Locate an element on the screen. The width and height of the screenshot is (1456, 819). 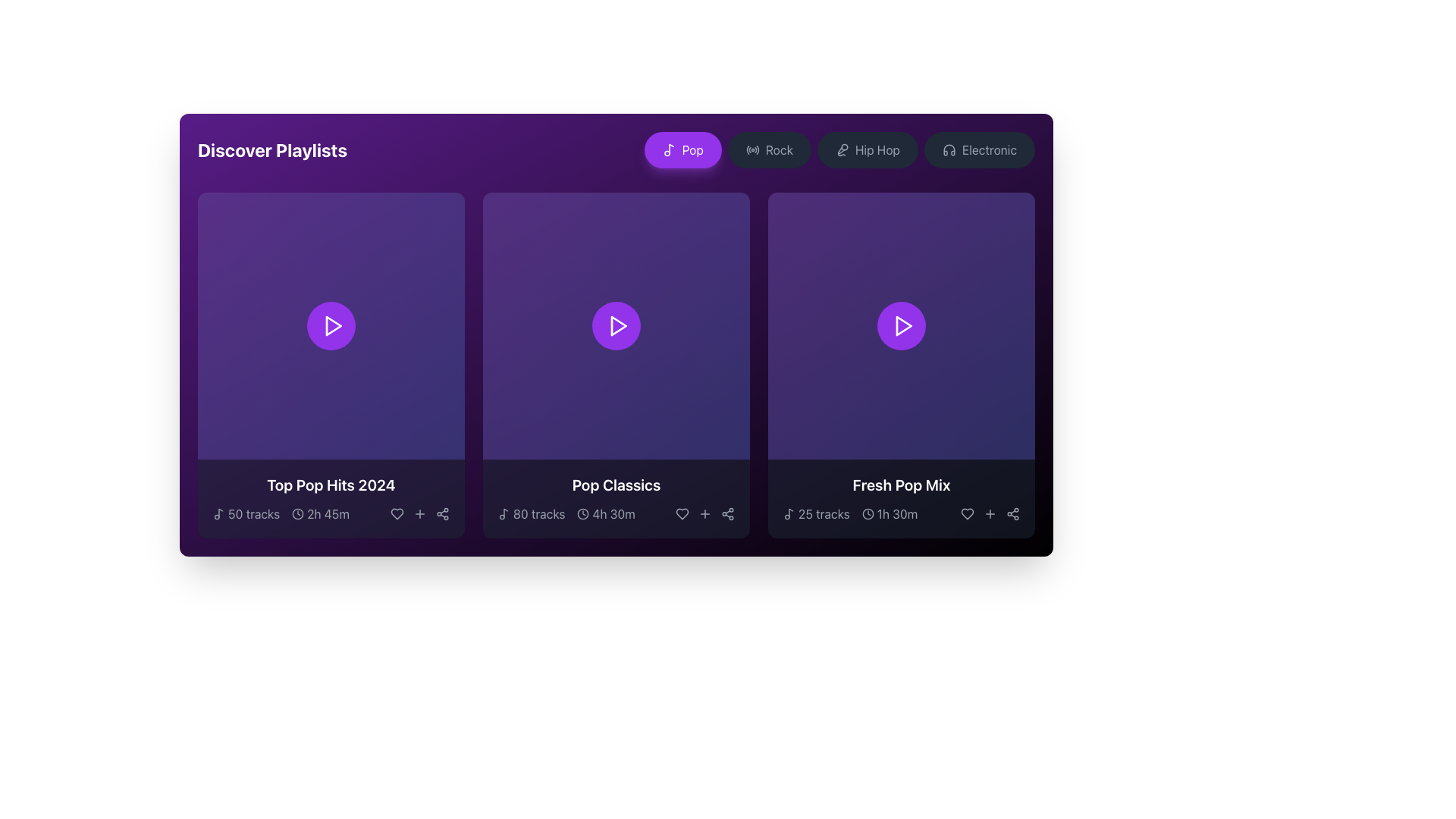
the icon component that visually represents 'tracks' located before the text '80 tracks' under the 'Pop Classics' playlist is located at coordinates (506, 512).